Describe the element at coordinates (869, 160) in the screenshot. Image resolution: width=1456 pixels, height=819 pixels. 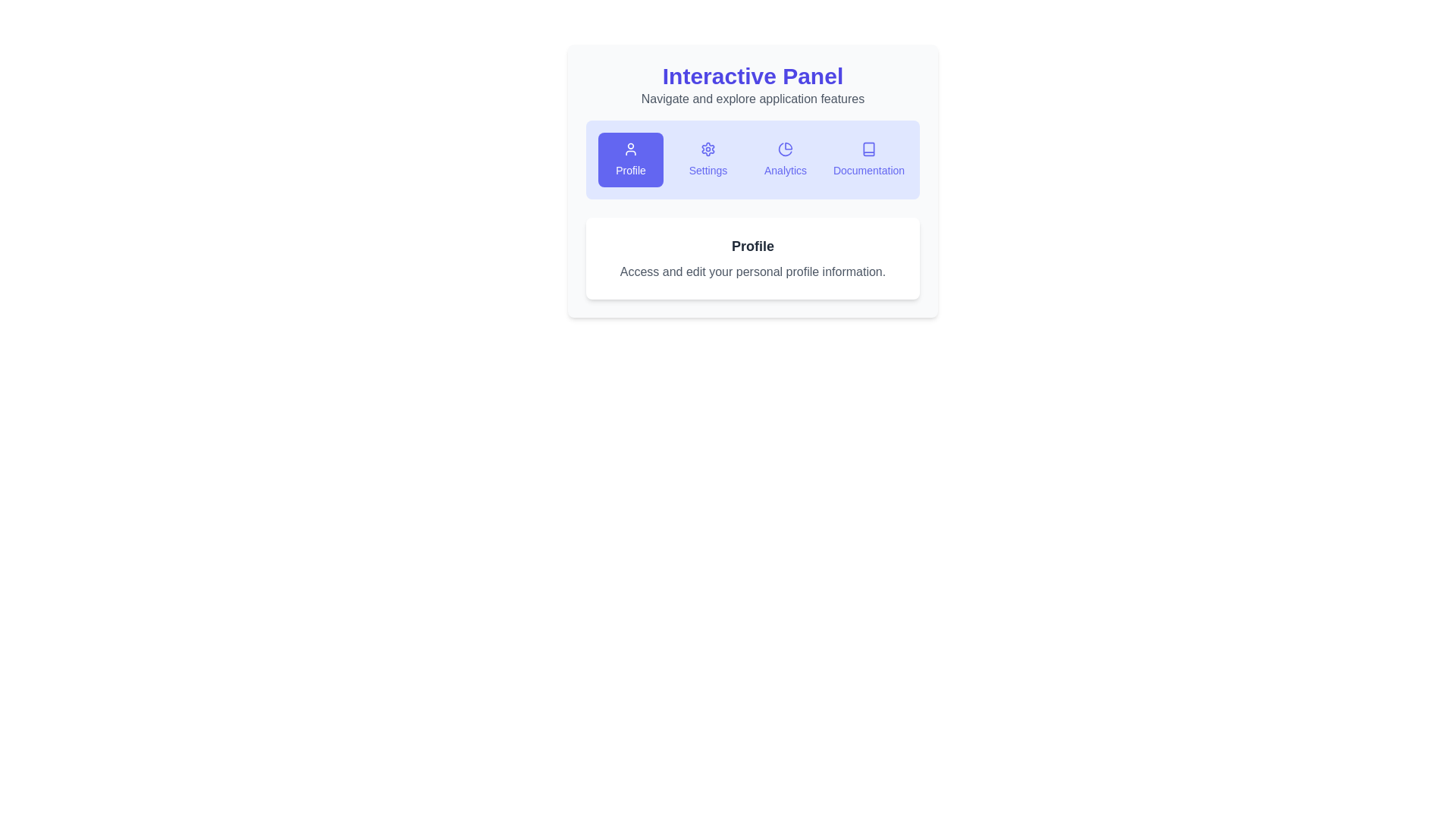
I see `the 'Documentation' button, which is styled with a book icon and blue text` at that location.